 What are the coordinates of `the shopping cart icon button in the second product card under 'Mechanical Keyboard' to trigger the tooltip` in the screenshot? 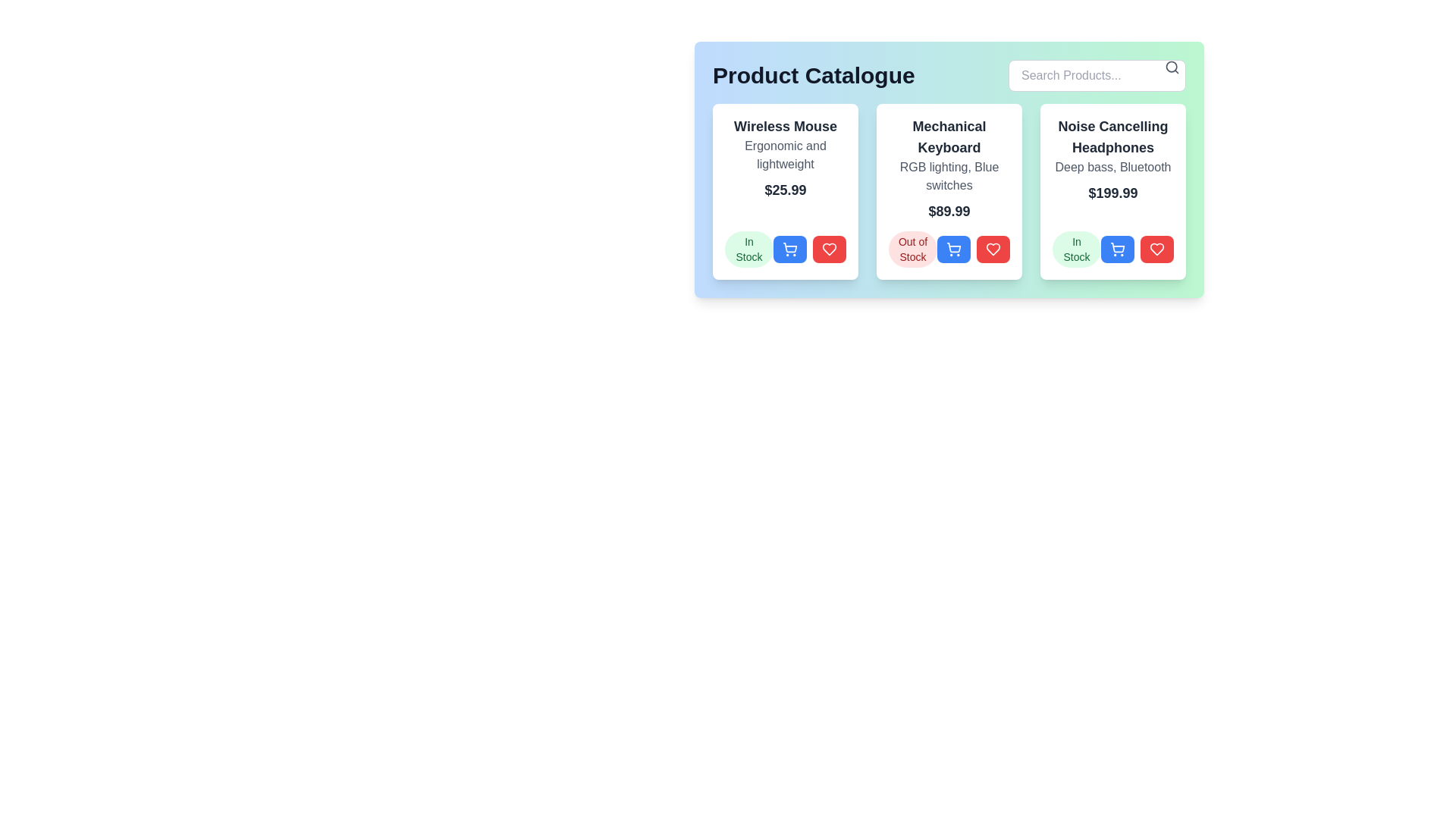 It's located at (952, 248).